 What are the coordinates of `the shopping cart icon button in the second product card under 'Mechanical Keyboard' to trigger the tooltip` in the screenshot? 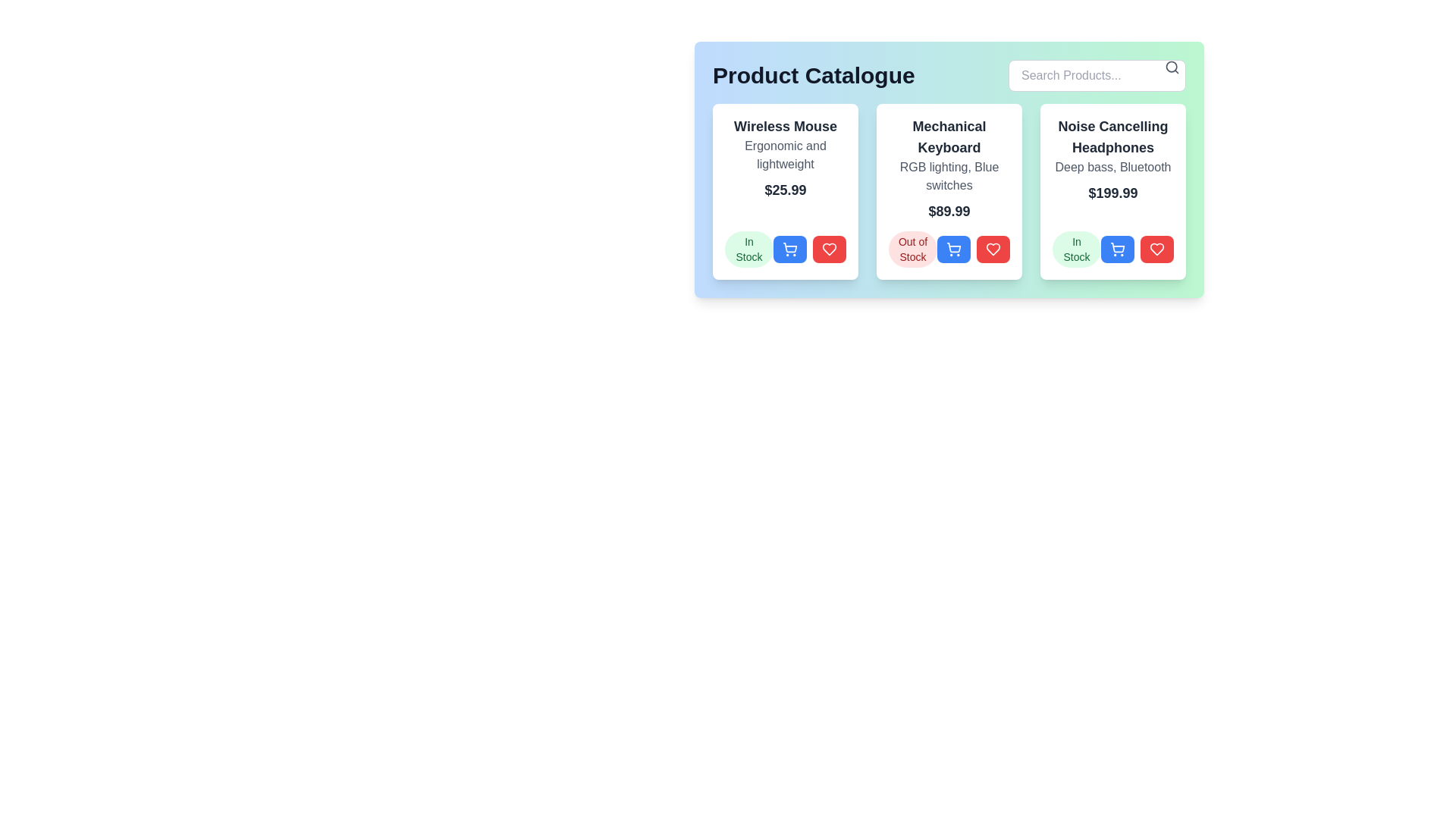 It's located at (952, 248).